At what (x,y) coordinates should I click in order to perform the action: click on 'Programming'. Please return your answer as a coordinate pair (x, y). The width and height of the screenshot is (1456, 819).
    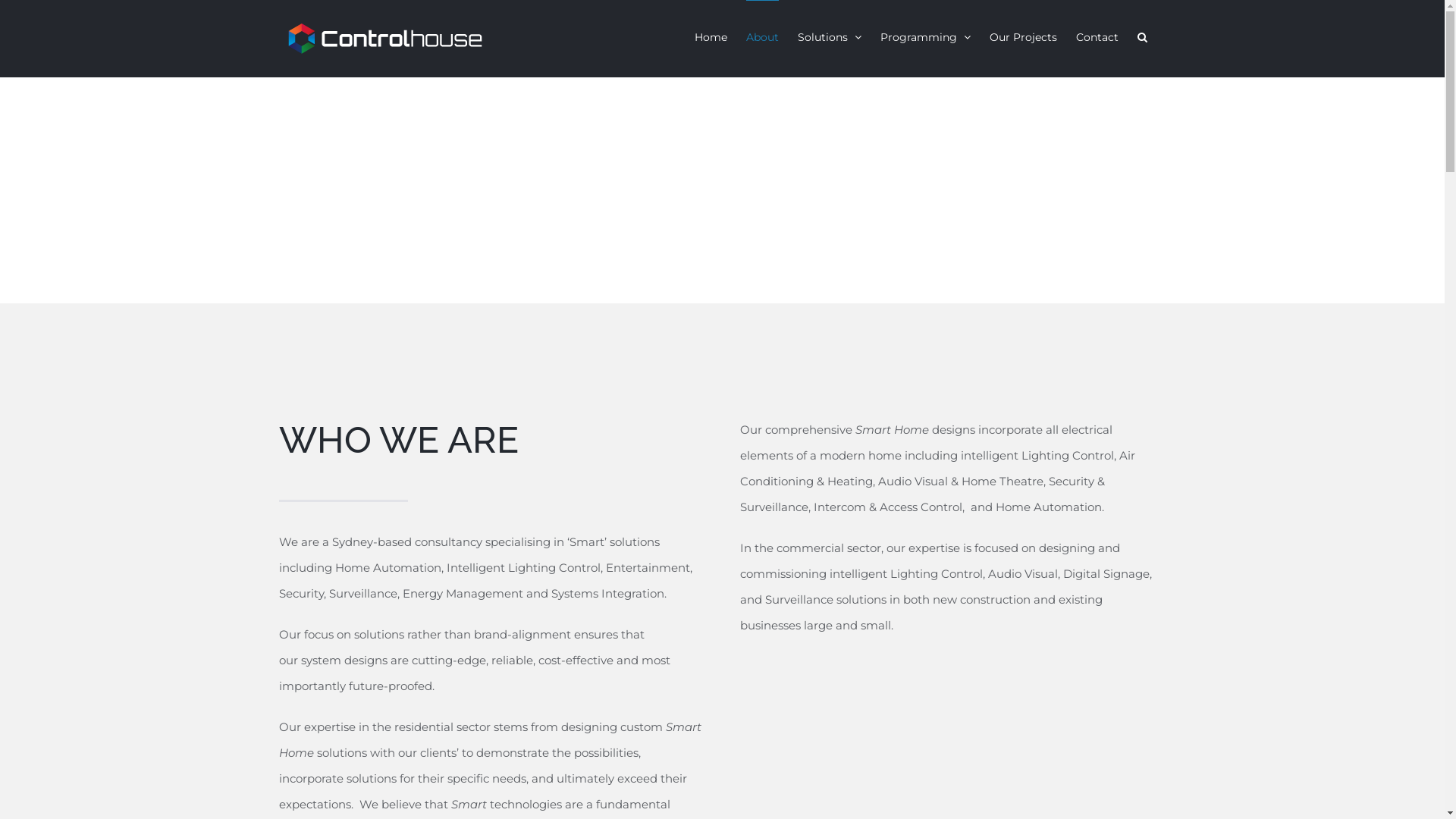
    Looking at the image, I should click on (924, 35).